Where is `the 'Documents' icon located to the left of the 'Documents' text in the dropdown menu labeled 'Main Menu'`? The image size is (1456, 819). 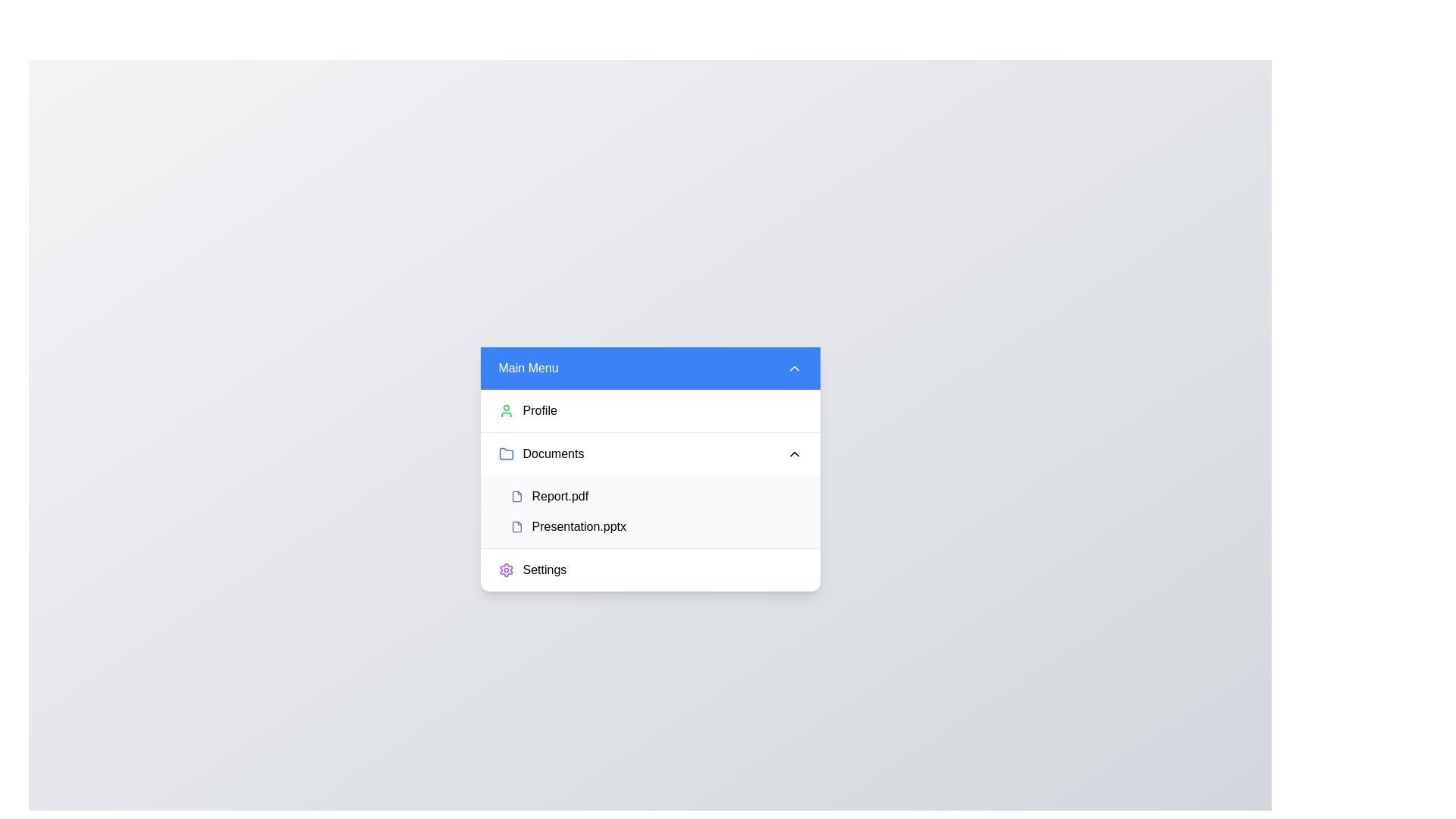
the 'Documents' icon located to the left of the 'Documents' text in the dropdown menu labeled 'Main Menu' is located at coordinates (506, 453).